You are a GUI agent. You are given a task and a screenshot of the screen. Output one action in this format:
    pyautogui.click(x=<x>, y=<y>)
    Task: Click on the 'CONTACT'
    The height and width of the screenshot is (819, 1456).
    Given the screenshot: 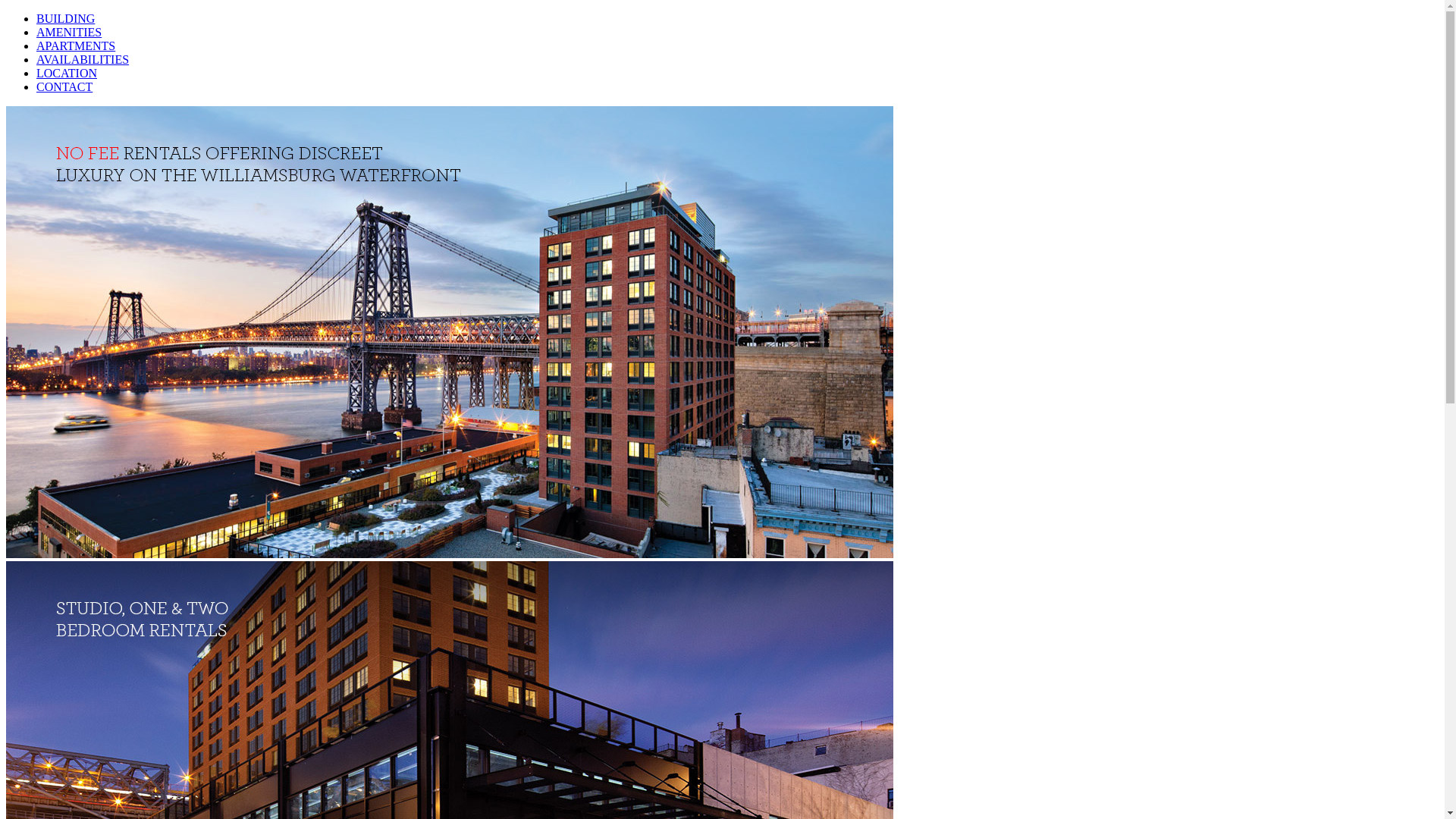 What is the action you would take?
    pyautogui.click(x=36, y=86)
    